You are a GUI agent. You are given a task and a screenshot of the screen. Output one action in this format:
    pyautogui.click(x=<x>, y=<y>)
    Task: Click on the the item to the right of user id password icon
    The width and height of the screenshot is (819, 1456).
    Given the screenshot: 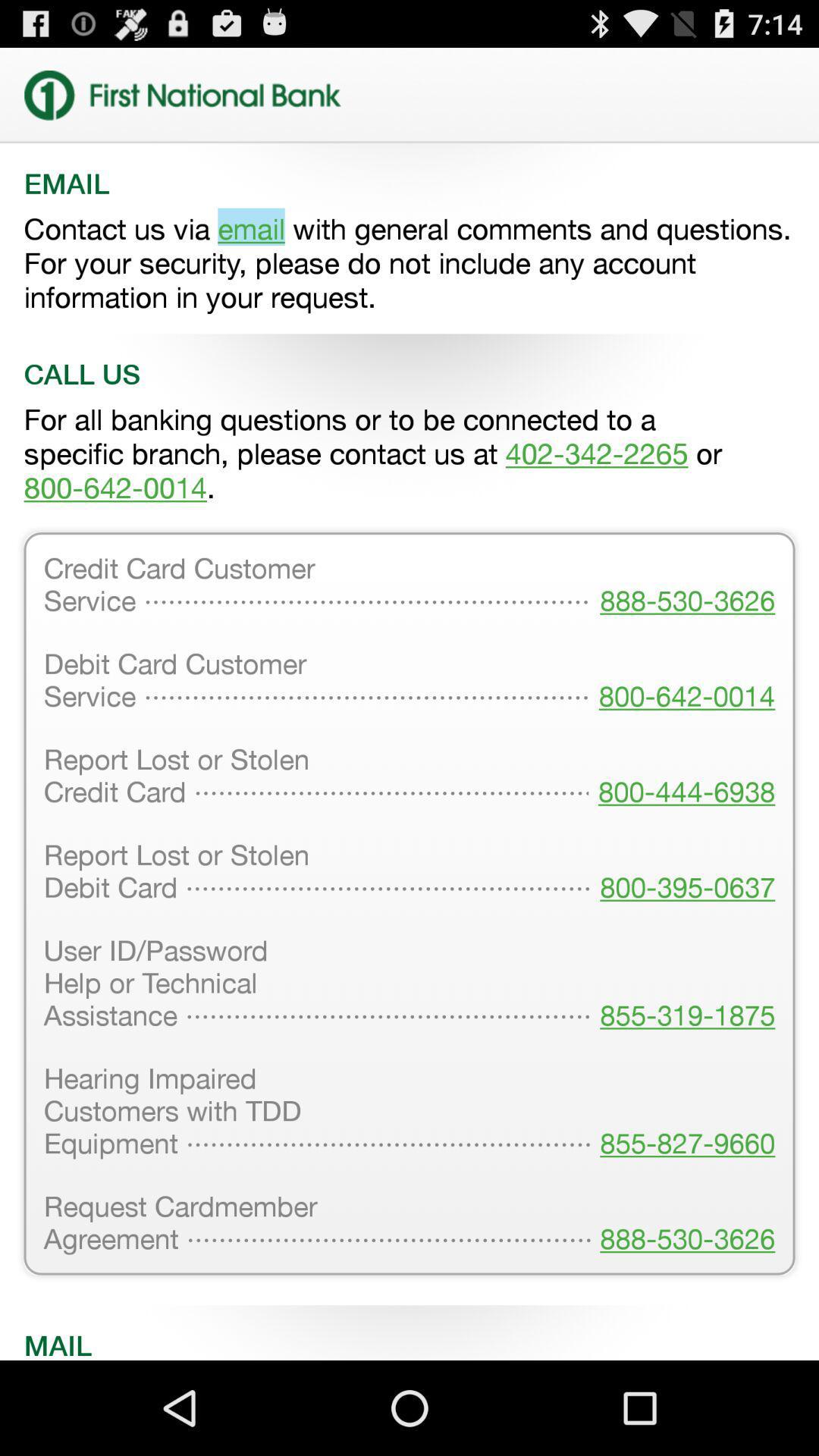 What is the action you would take?
    pyautogui.click(x=682, y=1112)
    